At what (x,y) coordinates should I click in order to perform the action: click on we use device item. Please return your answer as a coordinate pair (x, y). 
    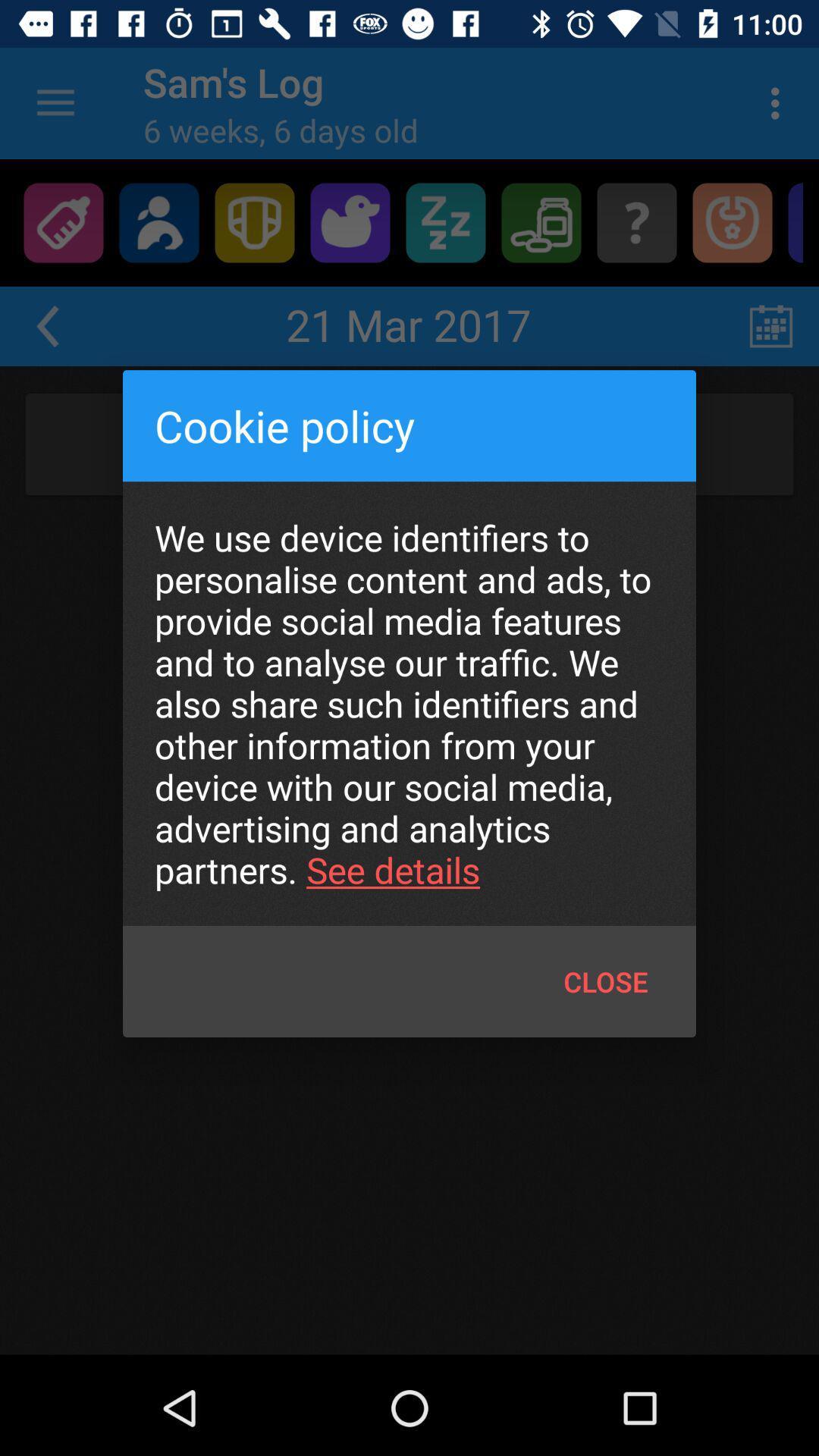
    Looking at the image, I should click on (409, 703).